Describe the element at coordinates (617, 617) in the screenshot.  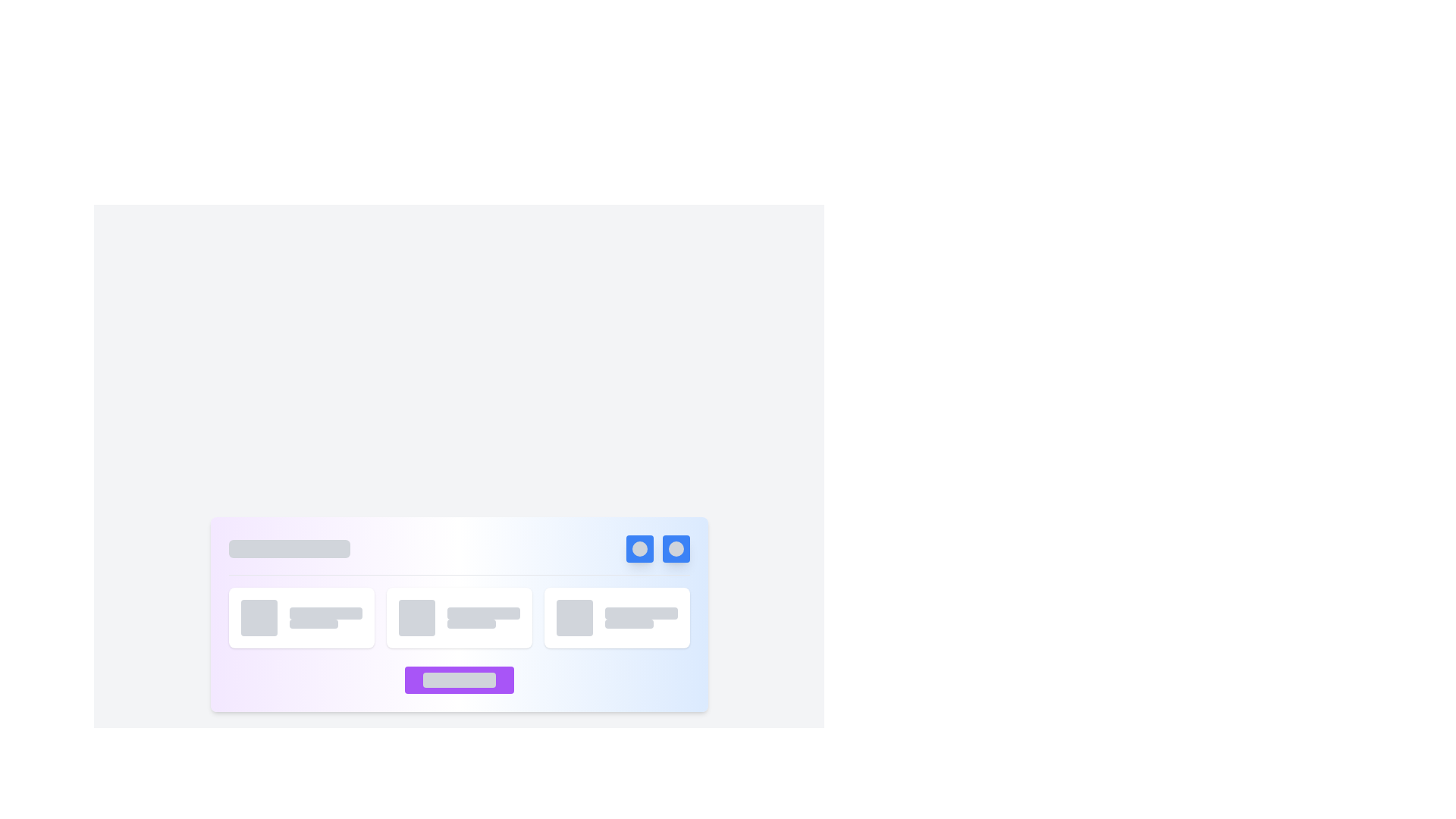
I see `the content displayed in the third card located in the bottom-right corner of the grid layout` at that location.